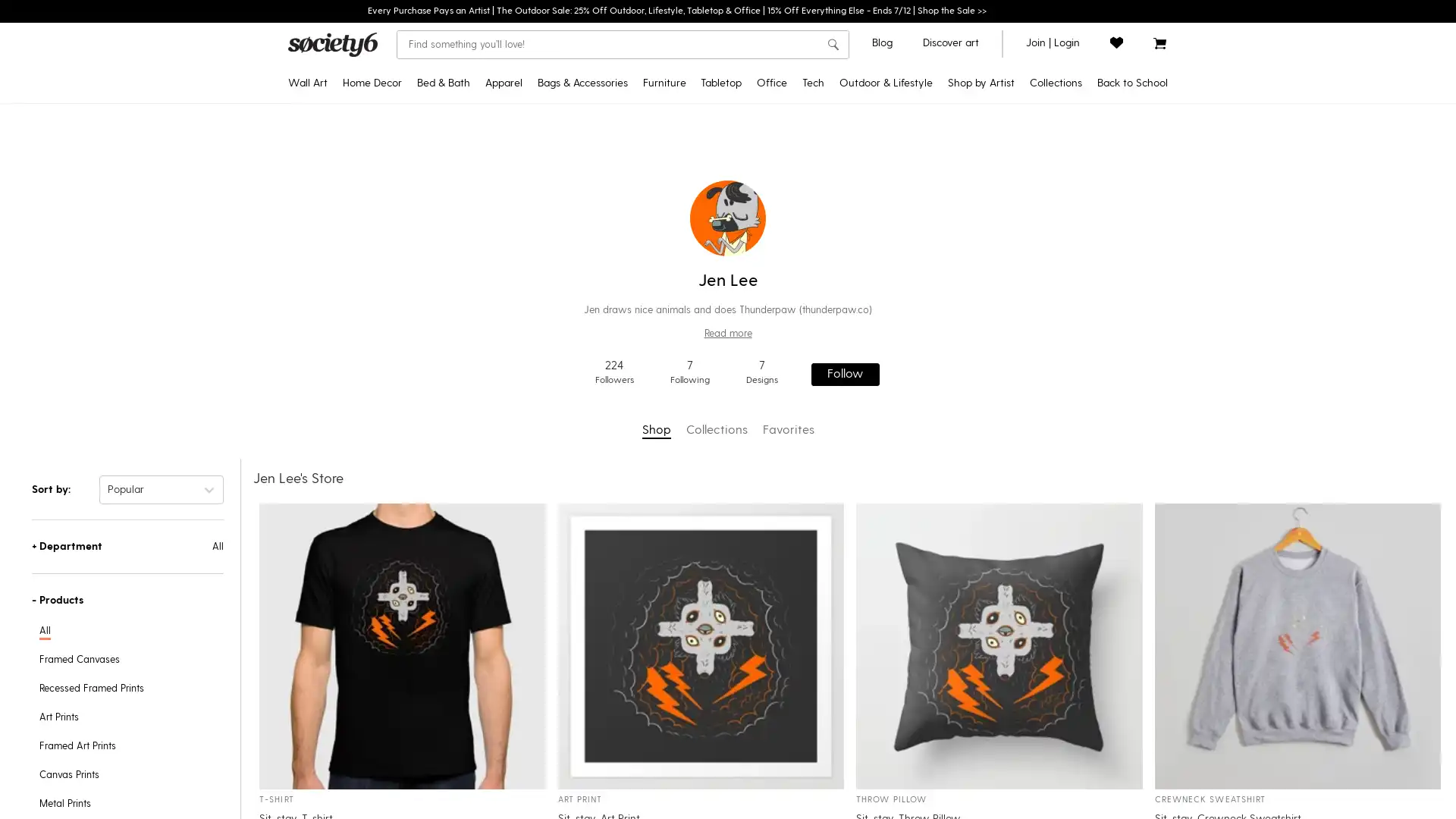  I want to click on Pencil Cases, so click(809, 268).